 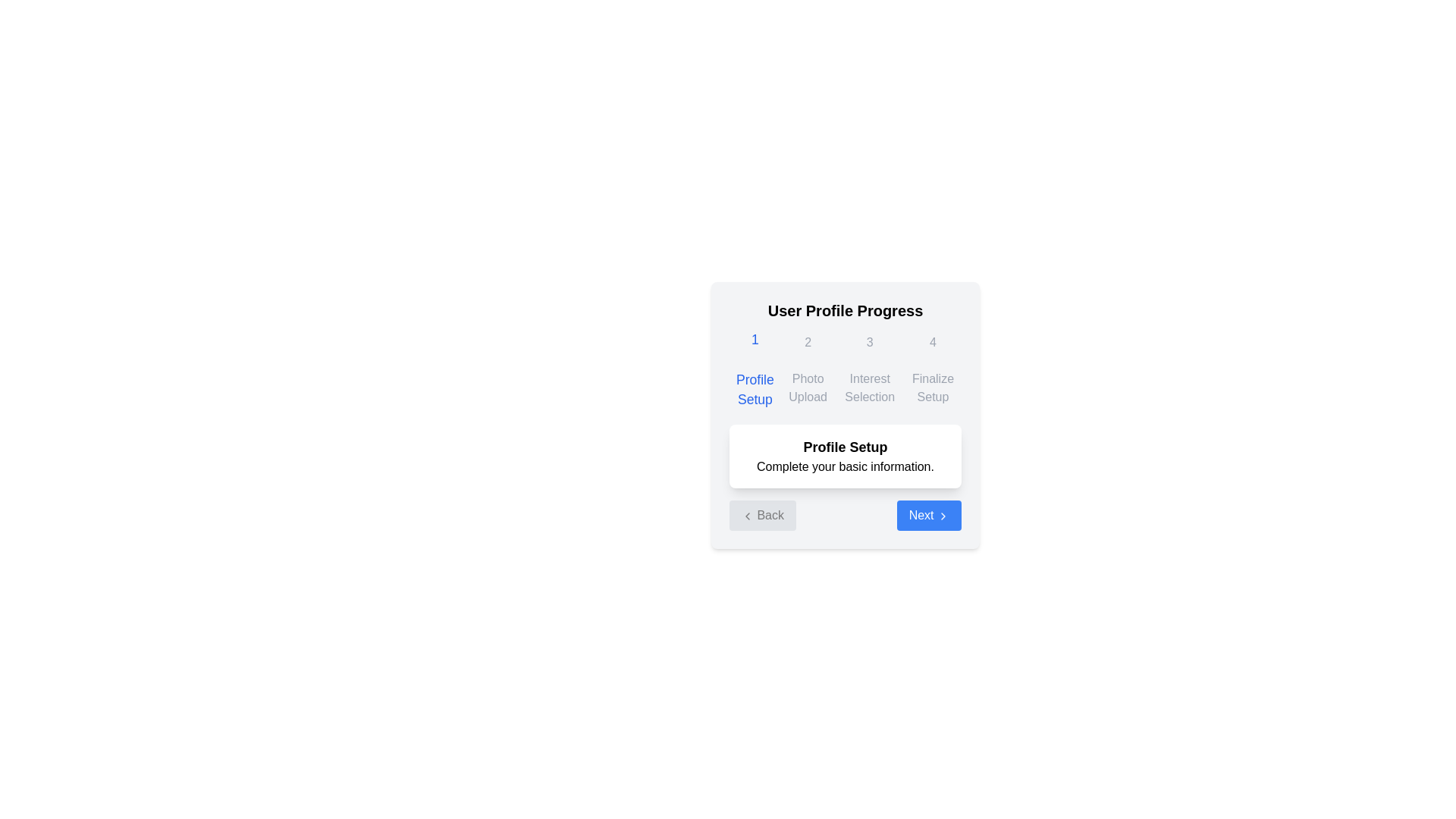 I want to click on the navigation button located at the bottom of the 'Profile Setup' card, so click(x=928, y=514).